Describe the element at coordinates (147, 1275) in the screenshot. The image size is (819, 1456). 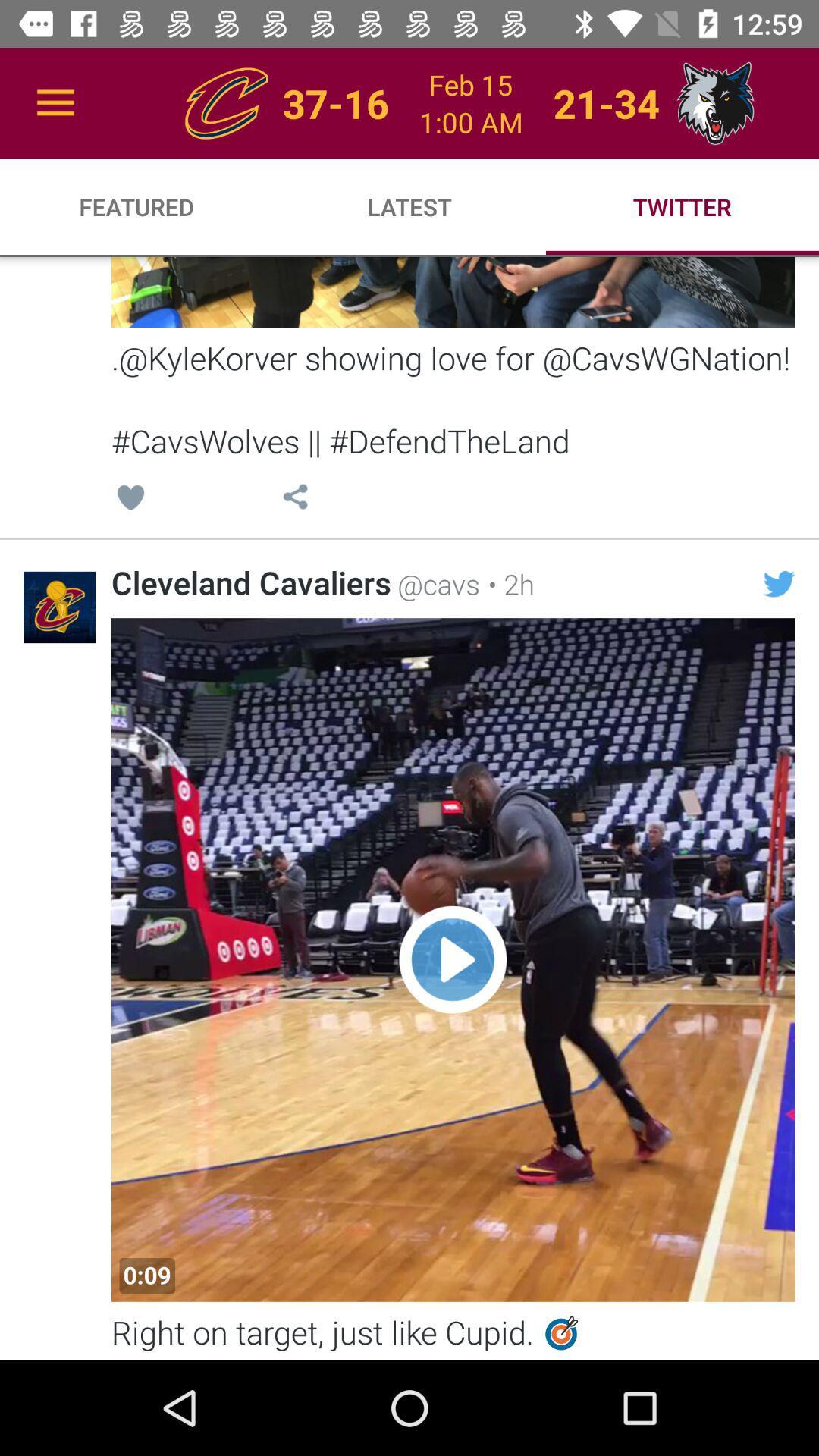
I see `0:09 at the bottom left corner` at that location.